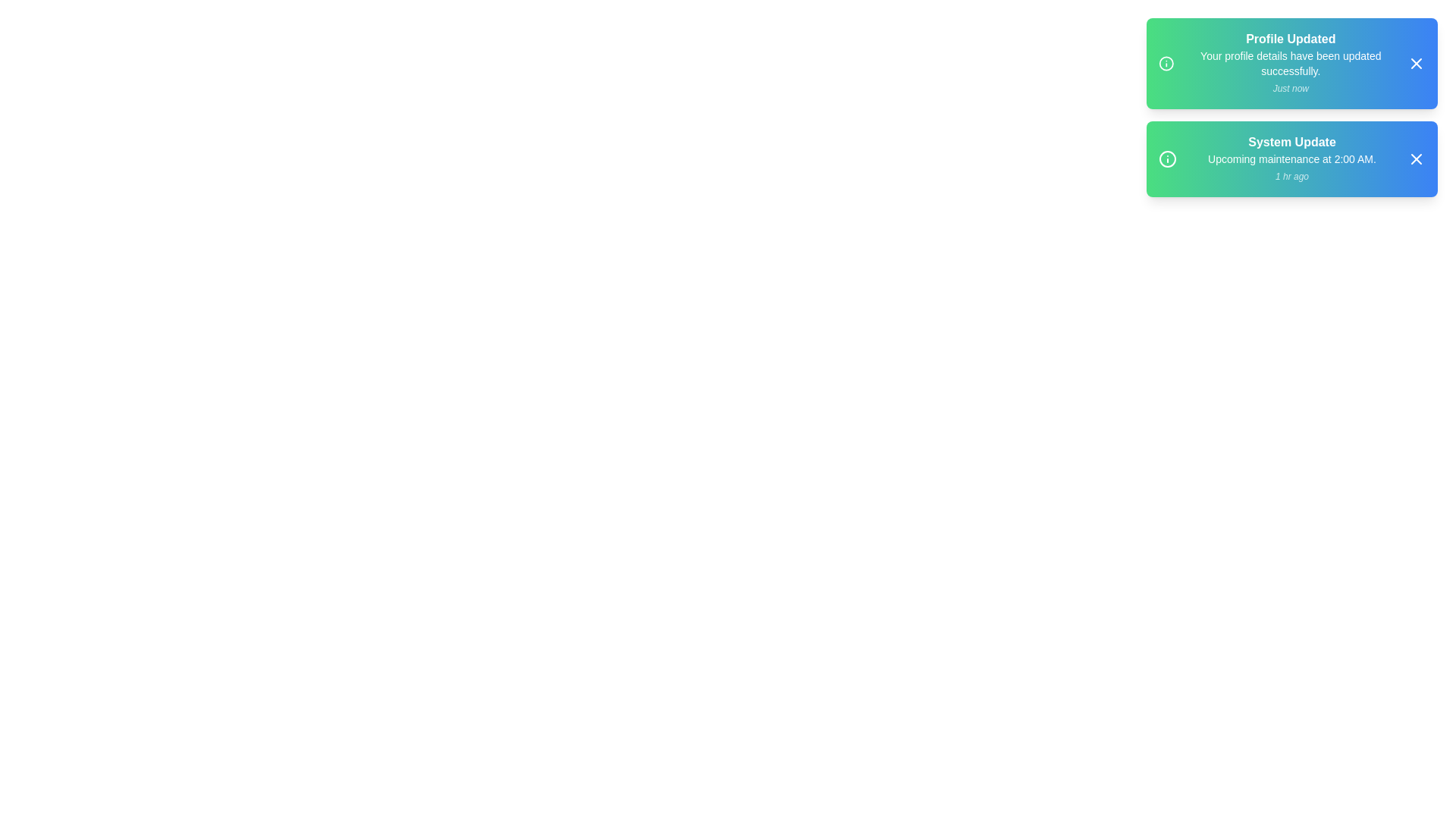 Image resolution: width=1456 pixels, height=819 pixels. What do you see at coordinates (1415, 158) in the screenshot?
I see `the close button of the notification with title System Update` at bounding box center [1415, 158].